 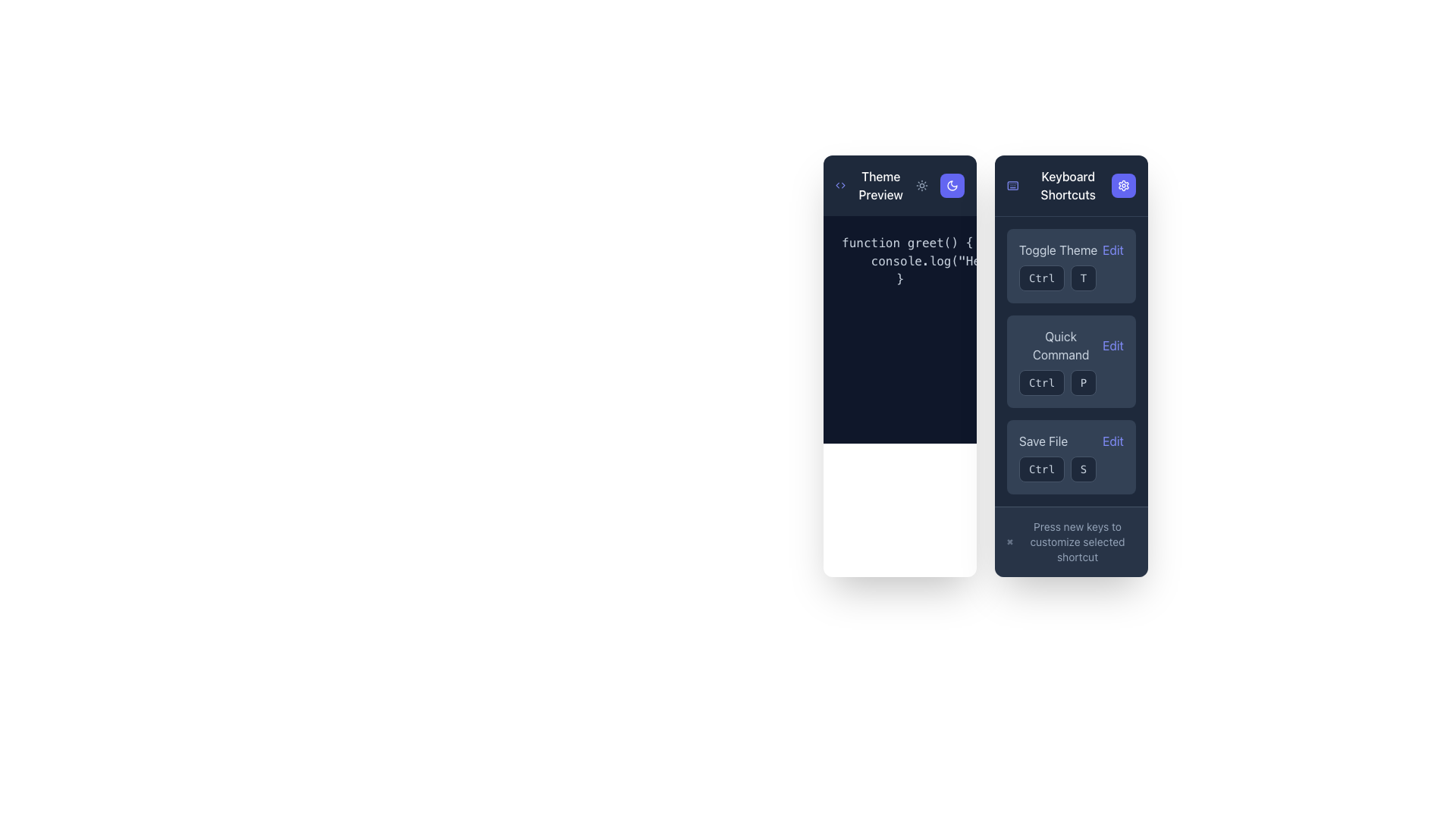 What do you see at coordinates (952, 185) in the screenshot?
I see `the moon-shaped icon in the top-right corner of the interface` at bounding box center [952, 185].